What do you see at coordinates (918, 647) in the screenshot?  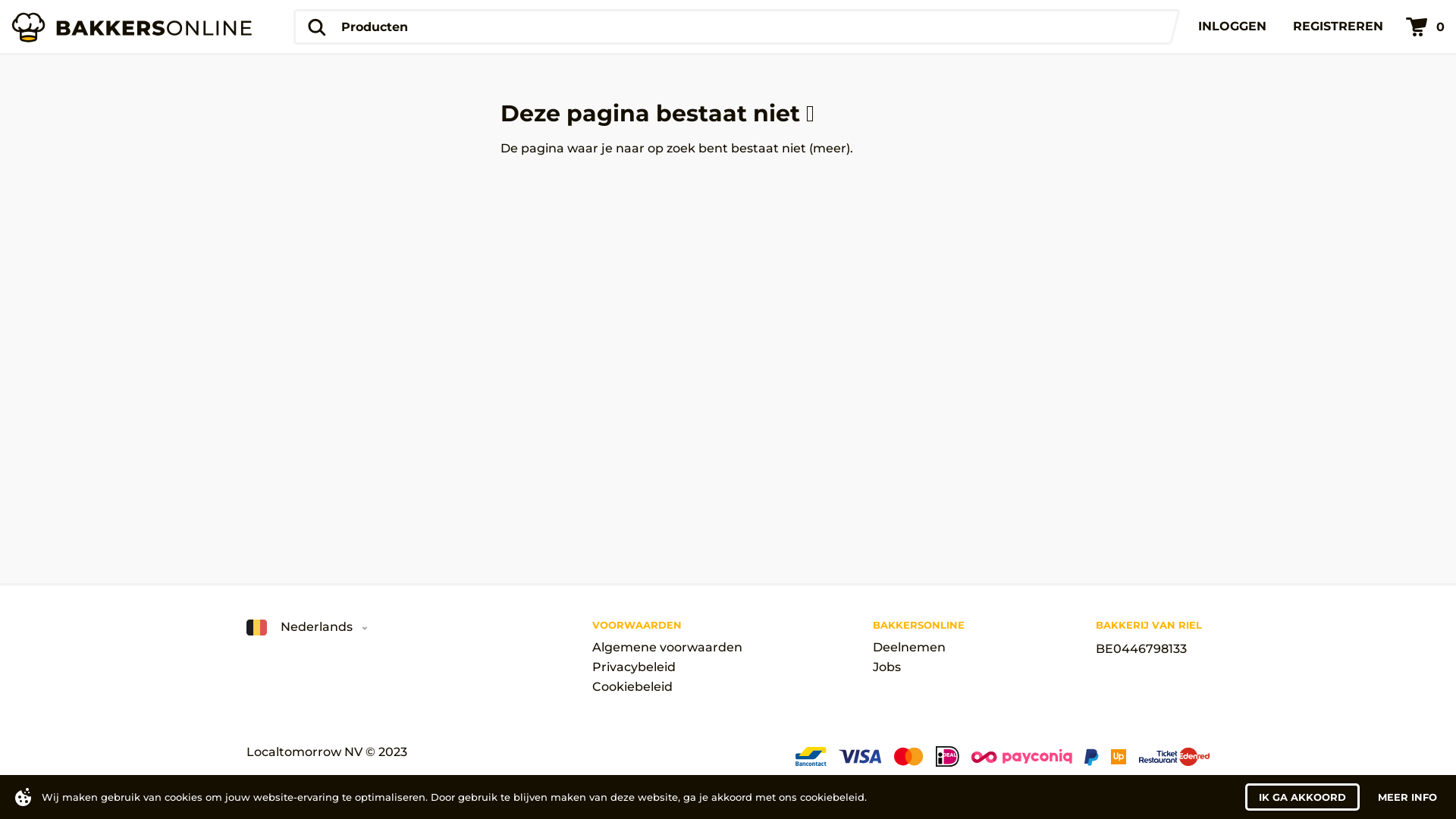 I see `'Deelnemen'` at bounding box center [918, 647].